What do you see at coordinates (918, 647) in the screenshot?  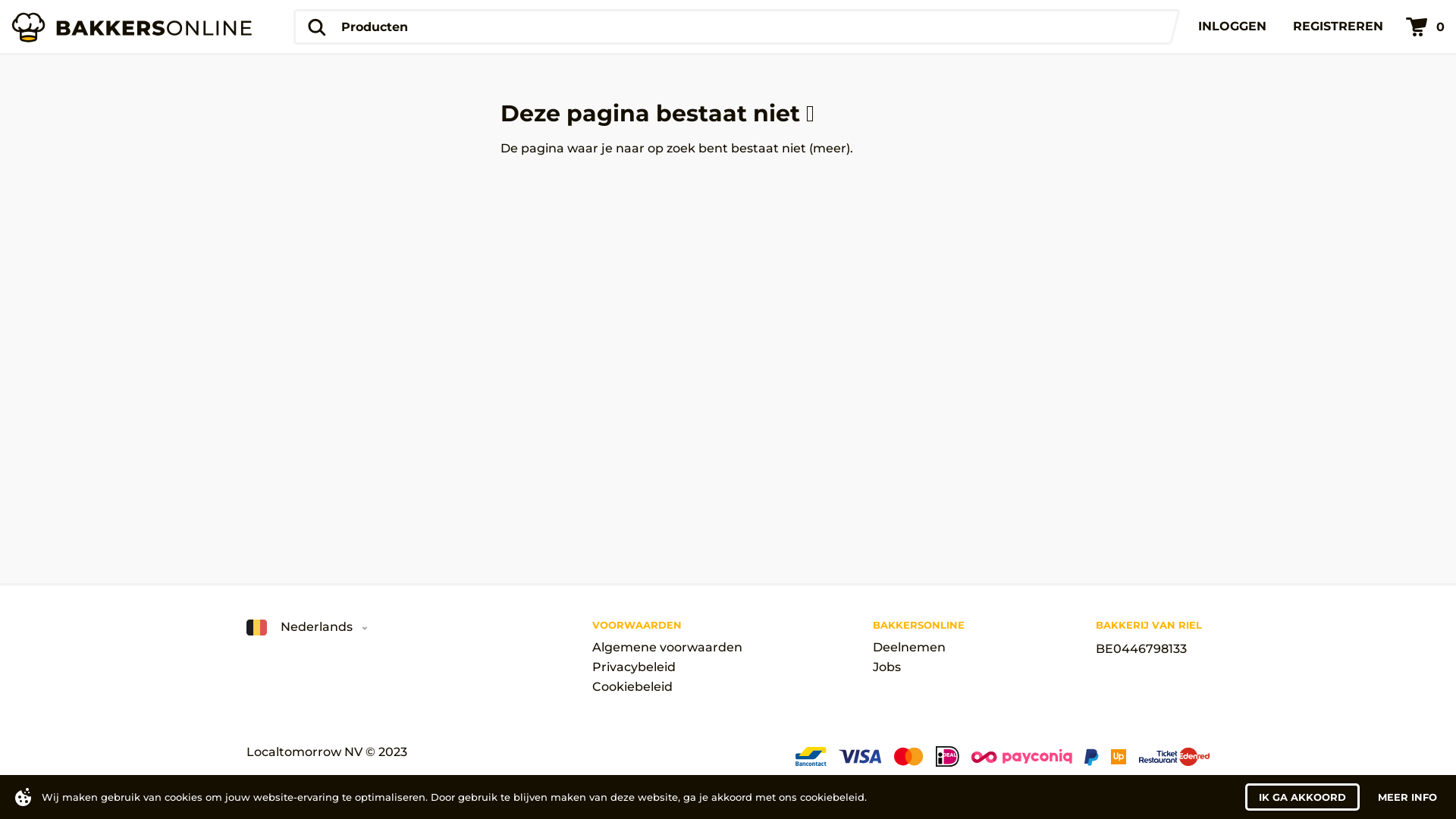 I see `'Deelnemen'` at bounding box center [918, 647].